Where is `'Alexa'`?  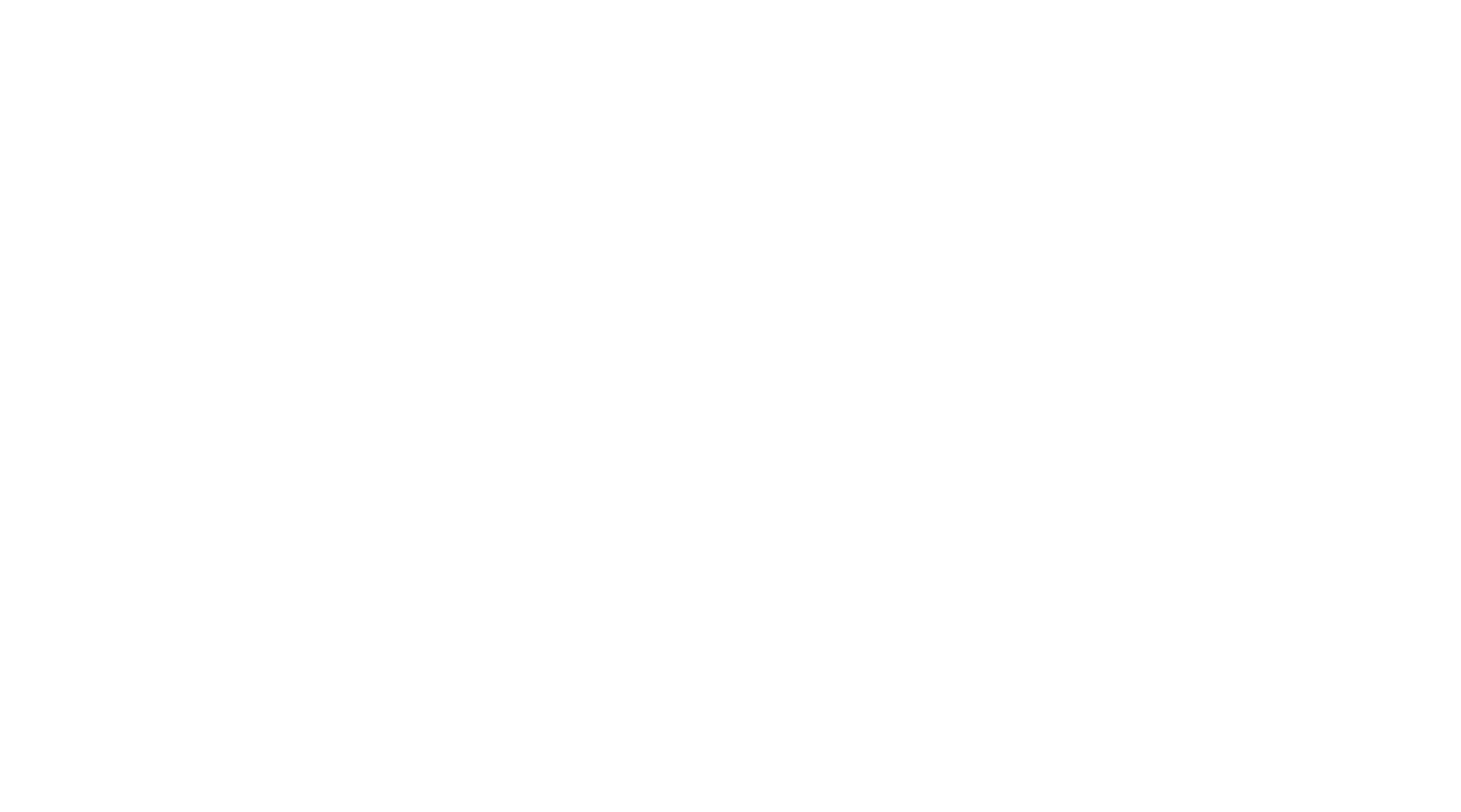
'Alexa' is located at coordinates (312, 254).